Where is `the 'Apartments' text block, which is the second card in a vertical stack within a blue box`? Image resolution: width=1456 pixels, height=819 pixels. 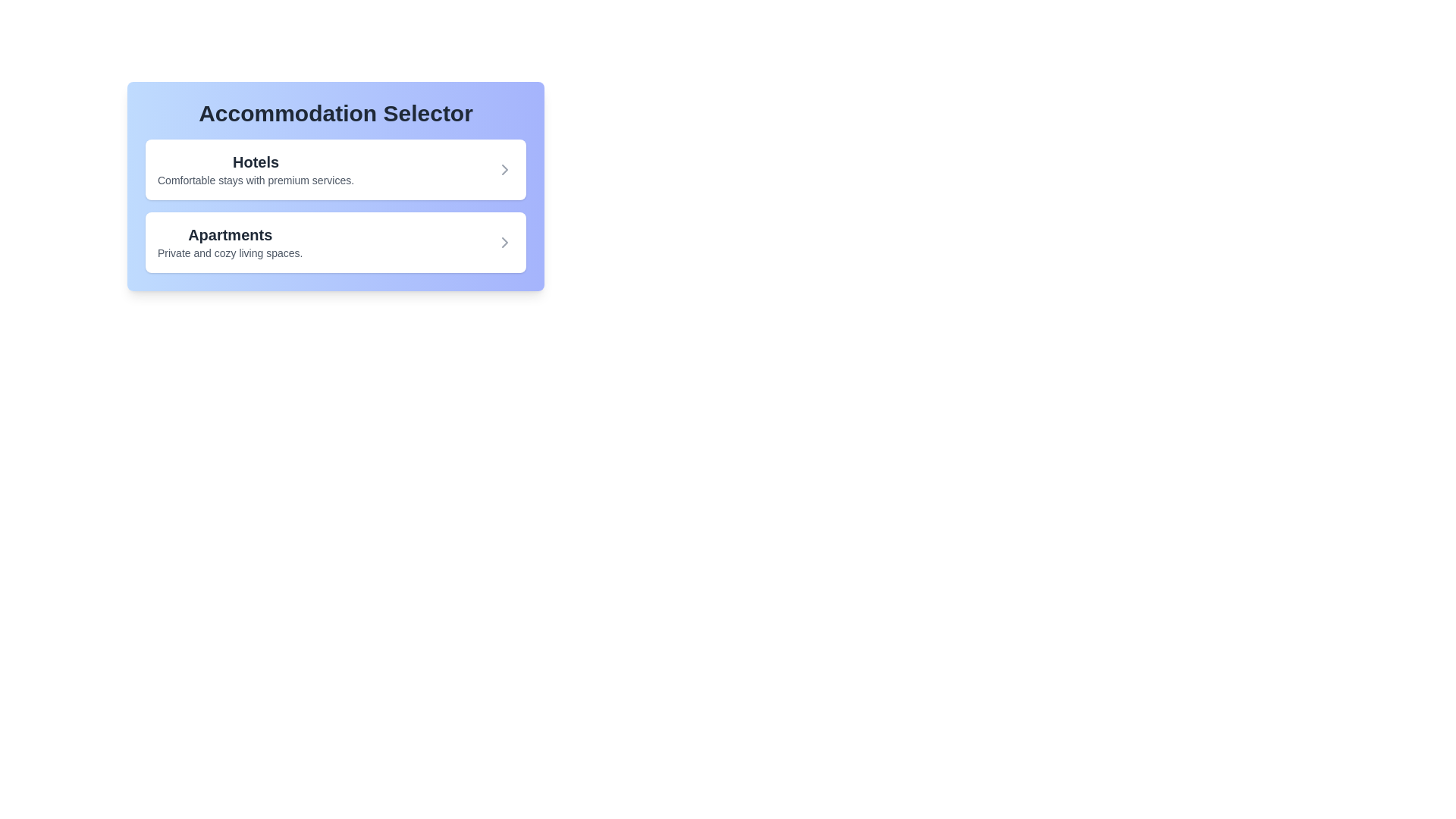 the 'Apartments' text block, which is the second card in a vertical stack within a blue box is located at coordinates (229, 242).